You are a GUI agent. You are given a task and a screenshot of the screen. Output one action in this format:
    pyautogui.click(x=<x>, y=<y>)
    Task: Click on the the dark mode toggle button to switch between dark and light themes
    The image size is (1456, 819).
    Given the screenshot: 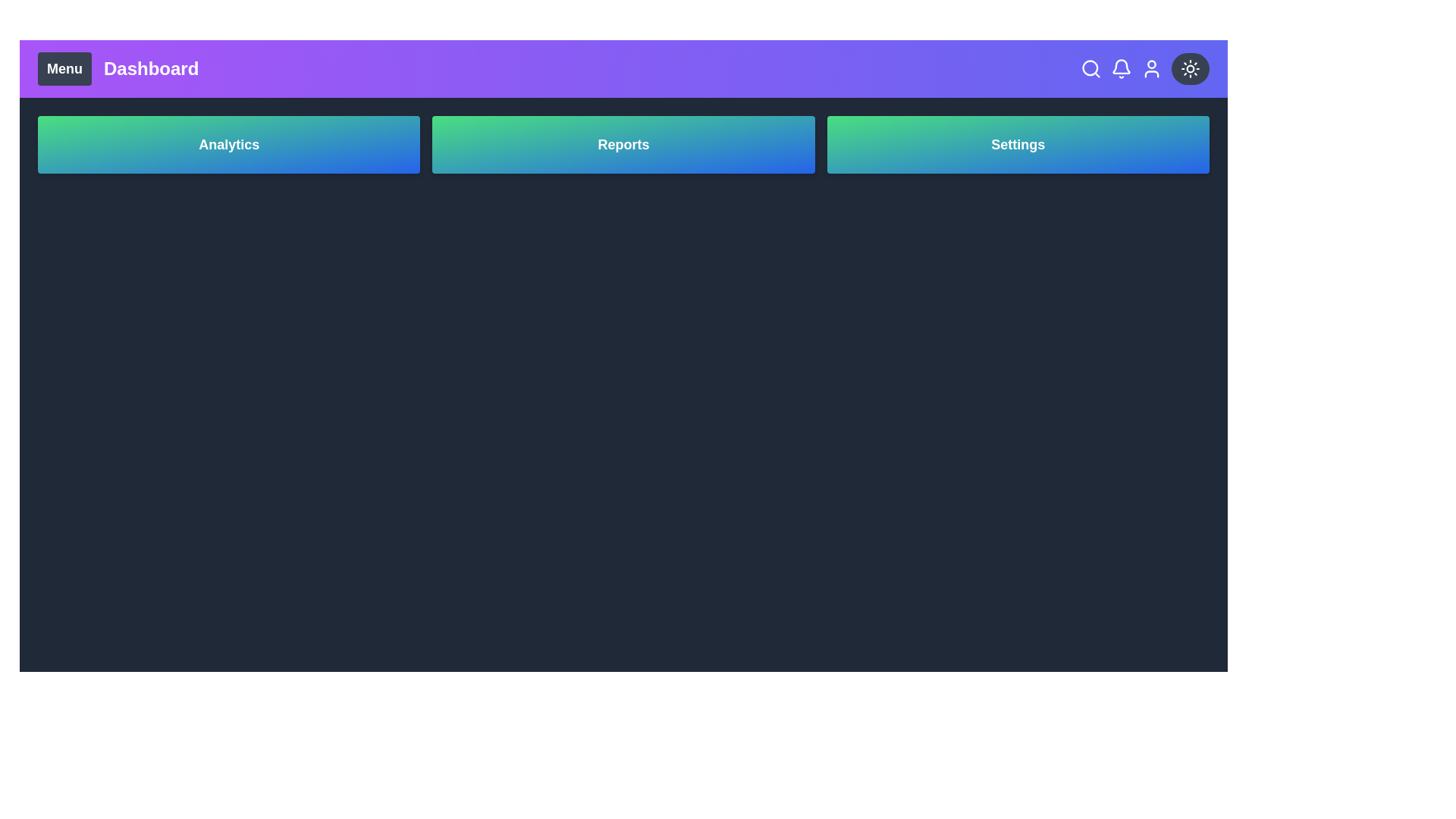 What is the action you would take?
    pyautogui.click(x=1189, y=69)
    